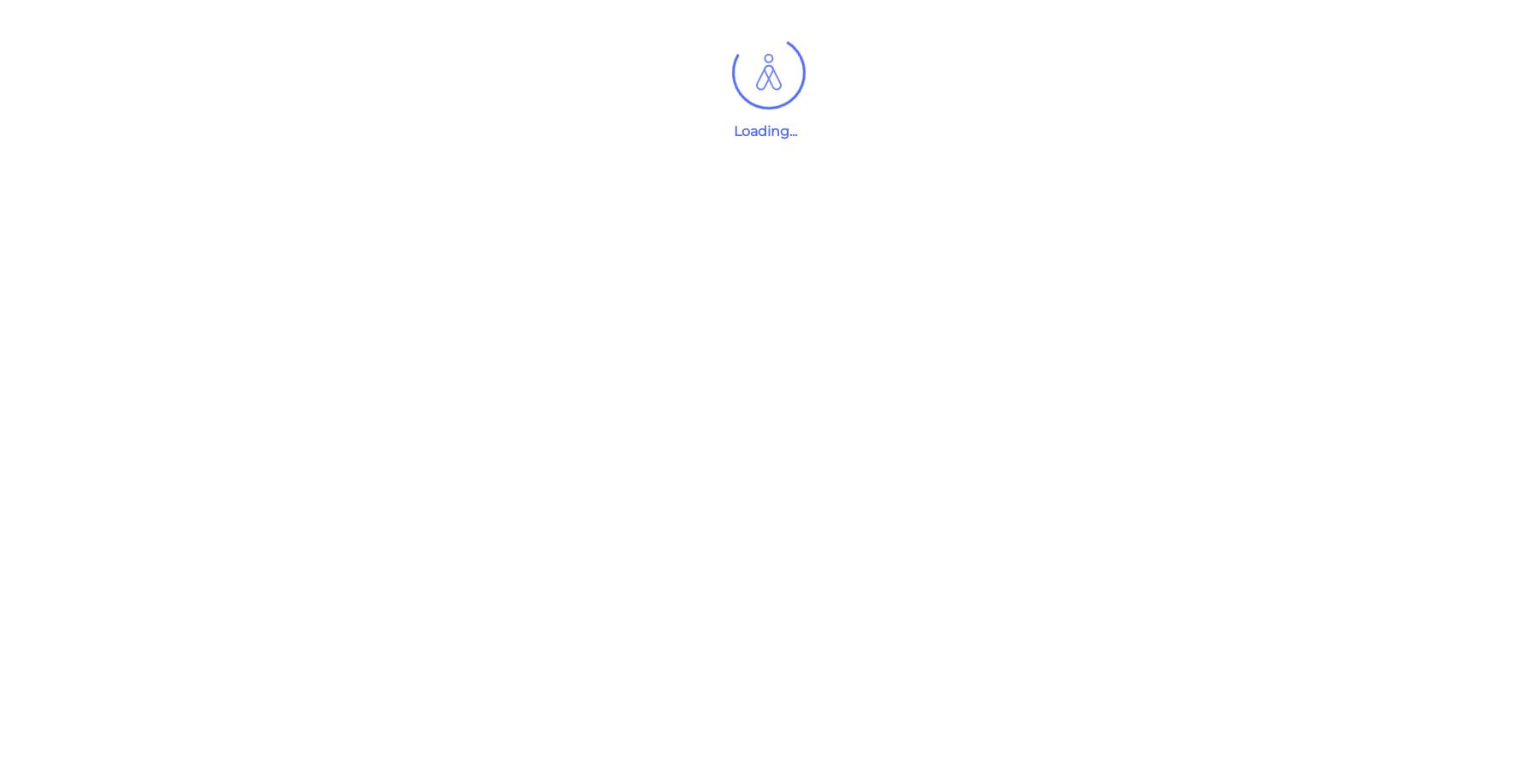  I want to click on '{{job.jobTitle}}', so click(768, 647).